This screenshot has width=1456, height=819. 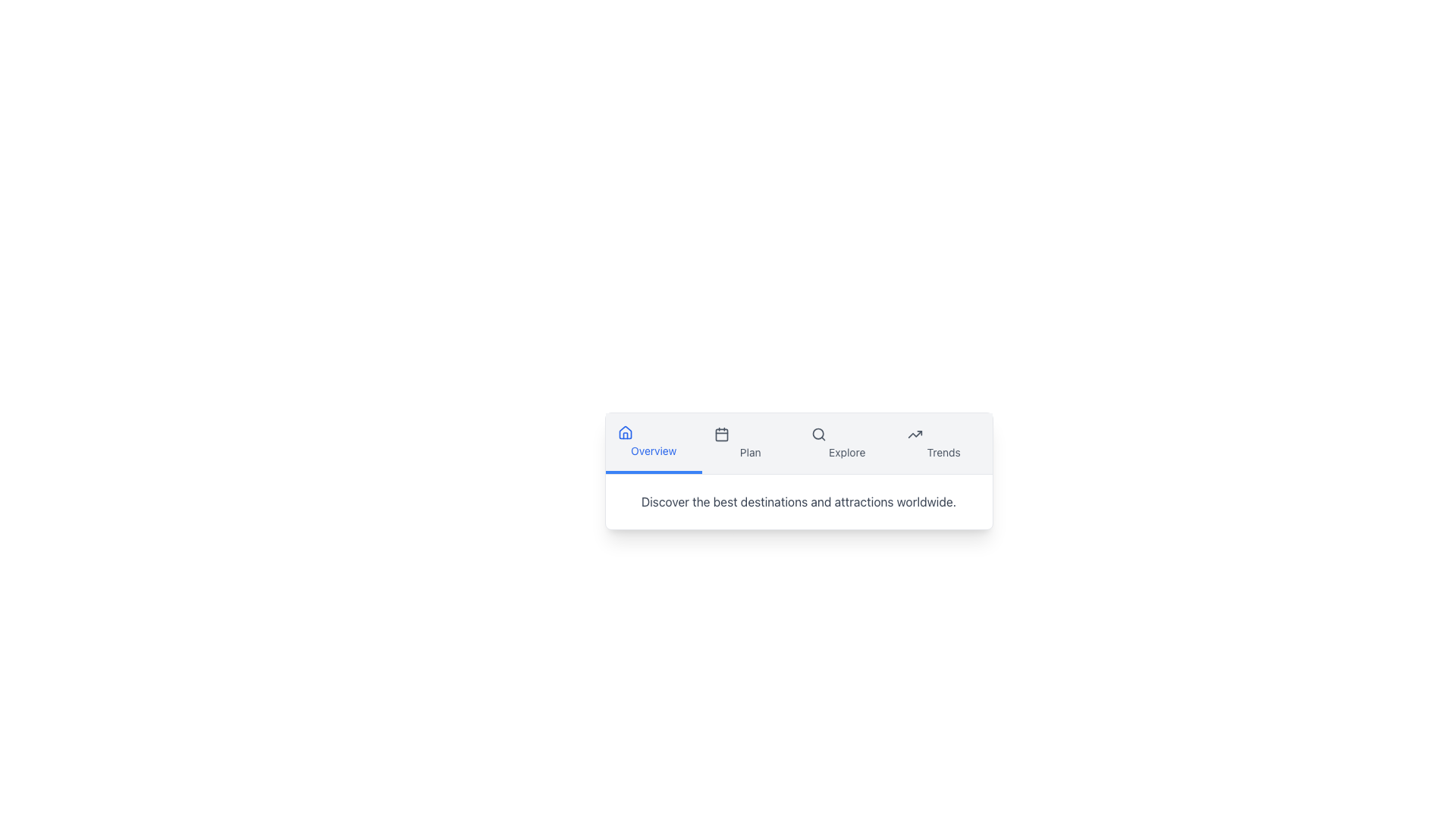 What do you see at coordinates (654, 444) in the screenshot?
I see `the 'Overview' navigation tab using keyboard navigation` at bounding box center [654, 444].